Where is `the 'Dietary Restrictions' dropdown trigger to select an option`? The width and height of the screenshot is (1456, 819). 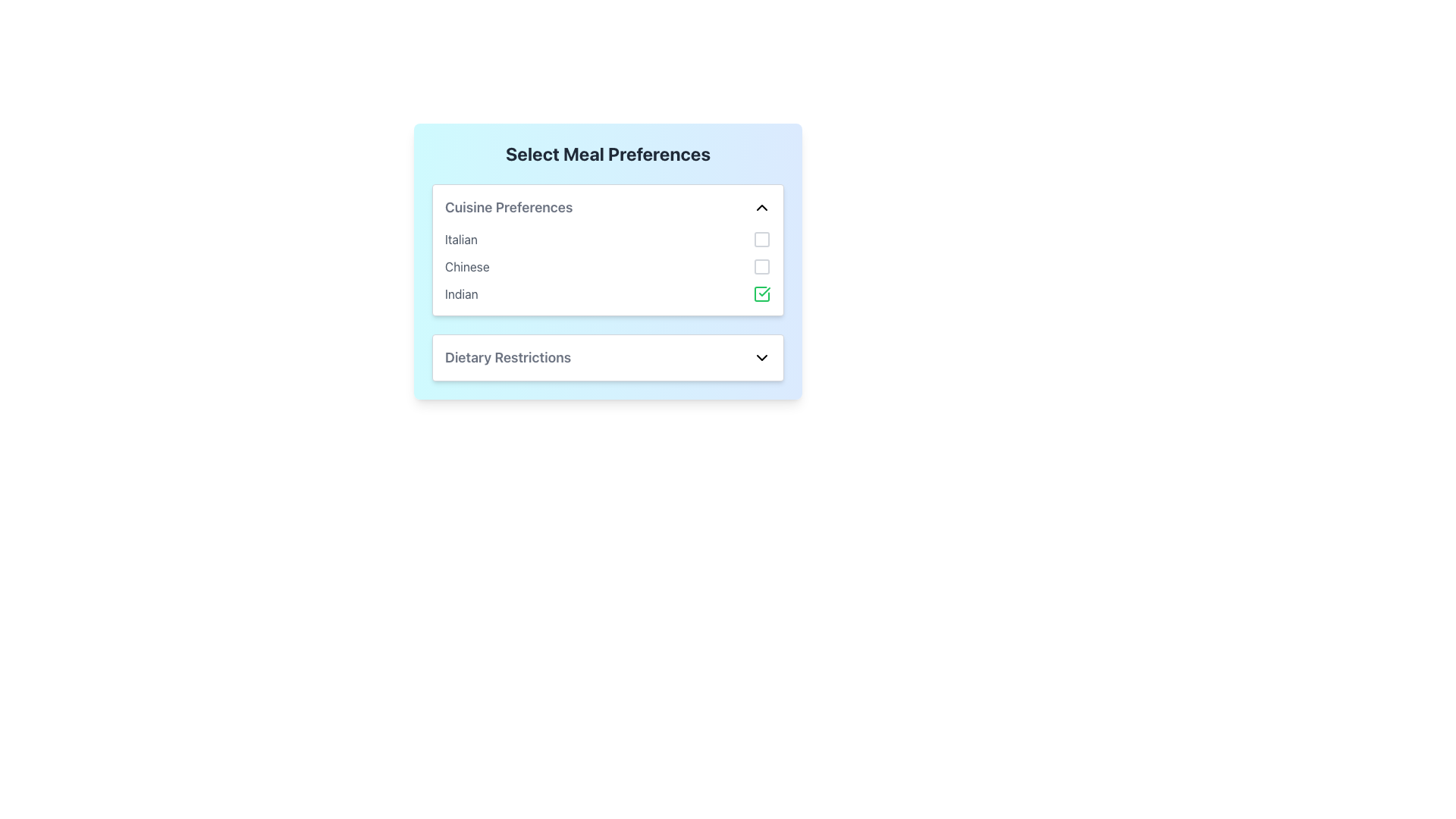 the 'Dietary Restrictions' dropdown trigger to select an option is located at coordinates (607, 357).